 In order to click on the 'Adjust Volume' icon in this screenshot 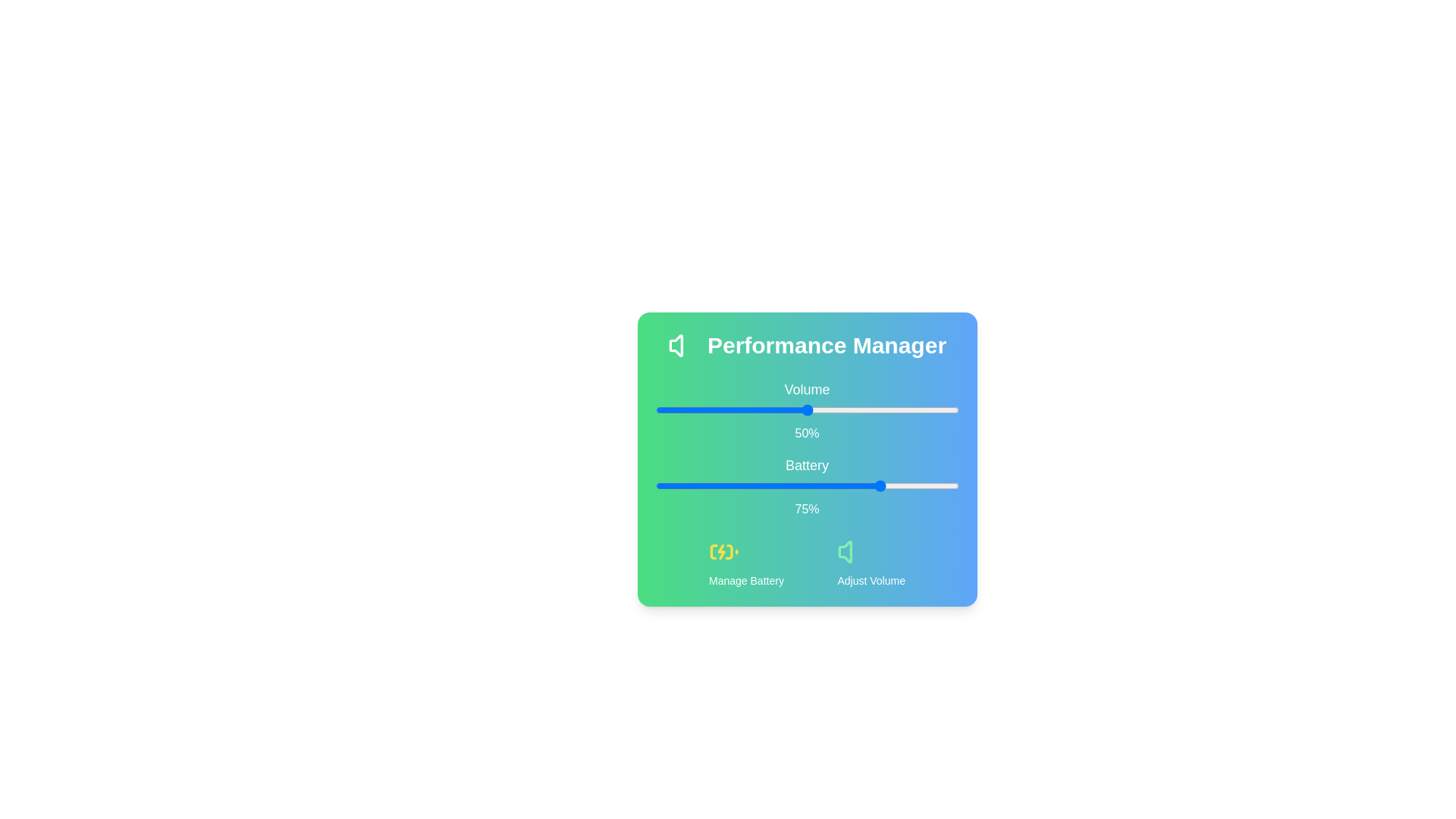, I will do `click(871, 562)`.